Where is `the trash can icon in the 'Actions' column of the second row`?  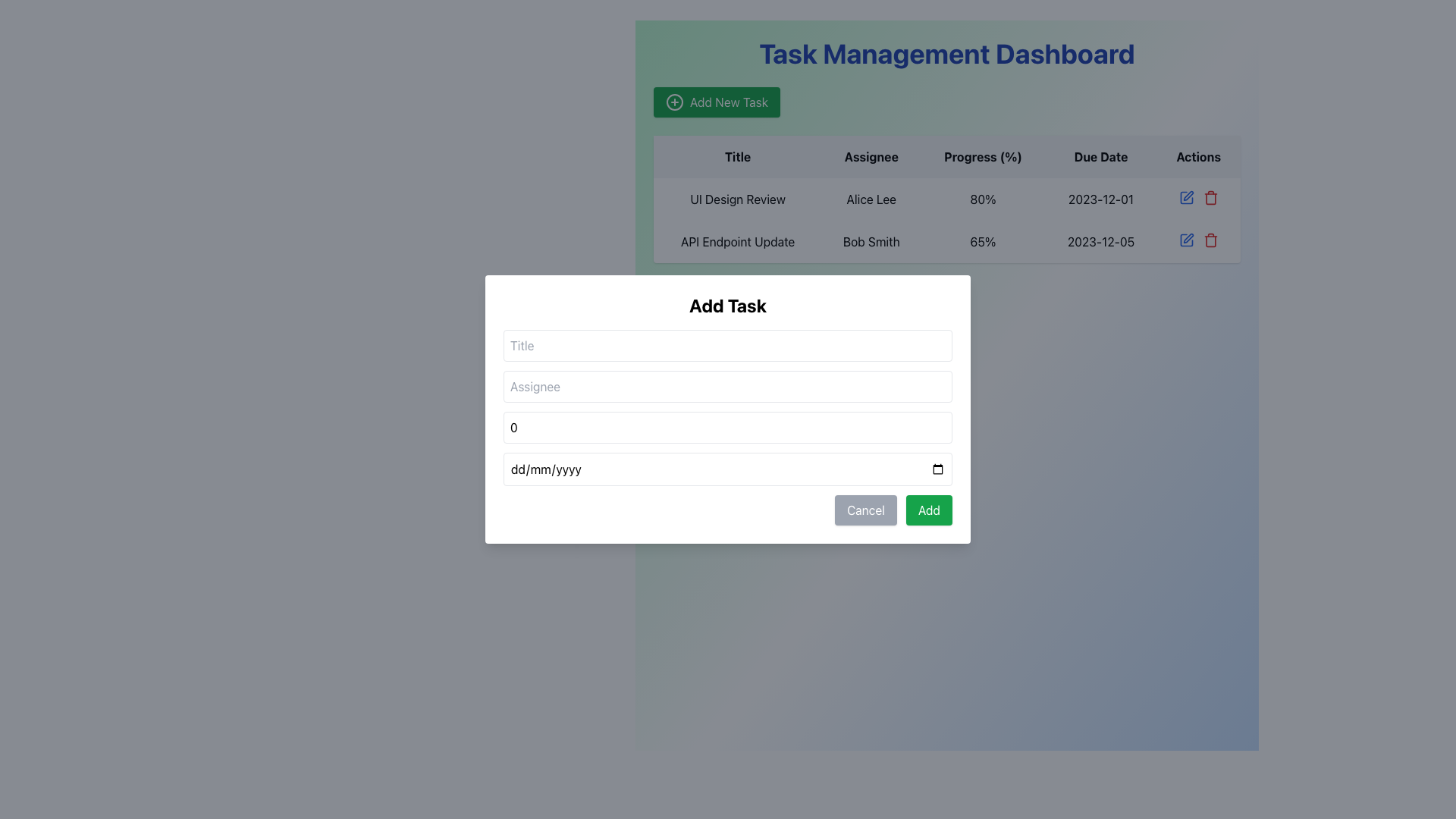
the trash can icon in the 'Actions' column of the second row is located at coordinates (1210, 198).